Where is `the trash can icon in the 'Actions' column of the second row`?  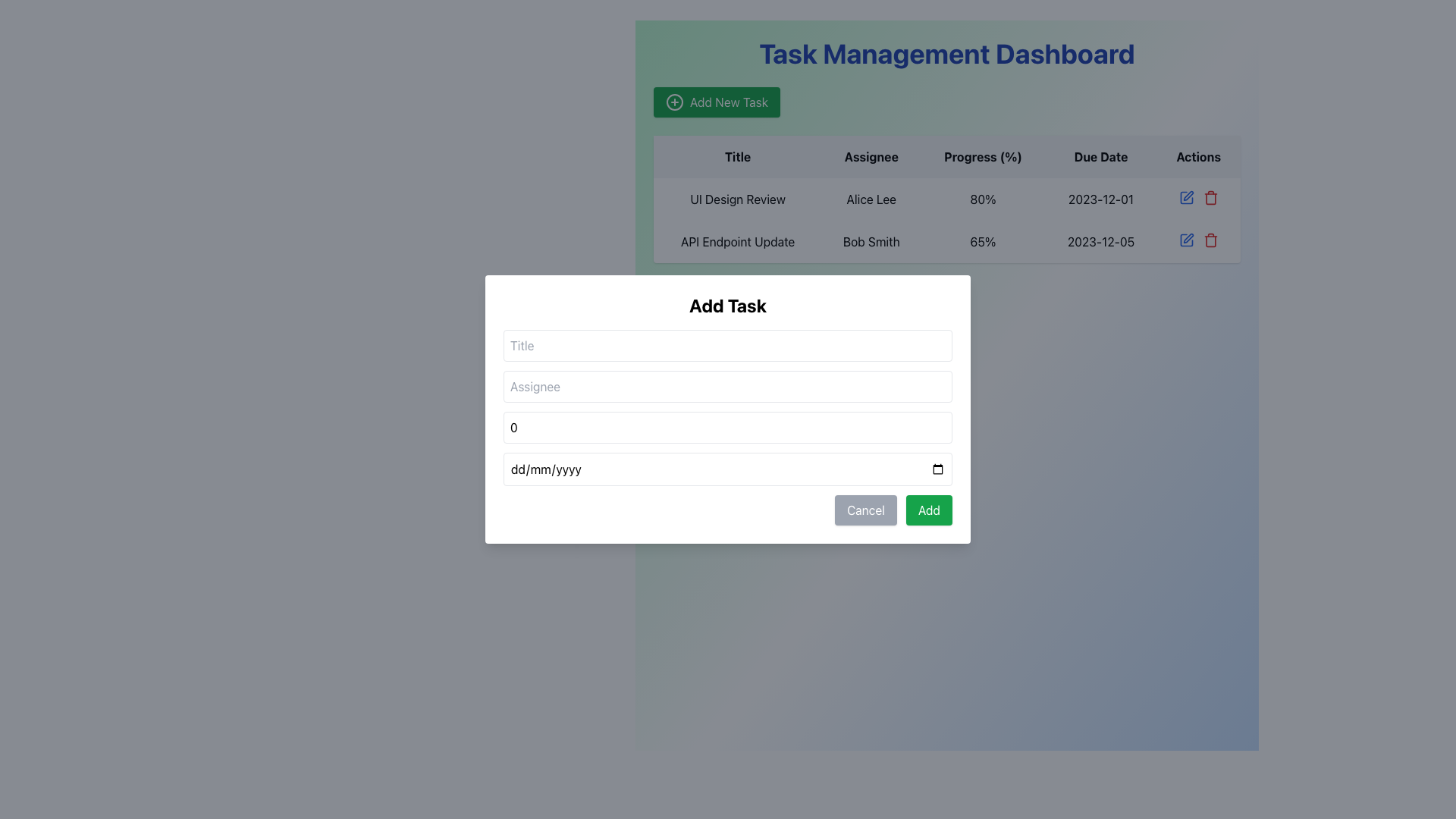
the trash can icon in the 'Actions' column of the second row is located at coordinates (1210, 198).